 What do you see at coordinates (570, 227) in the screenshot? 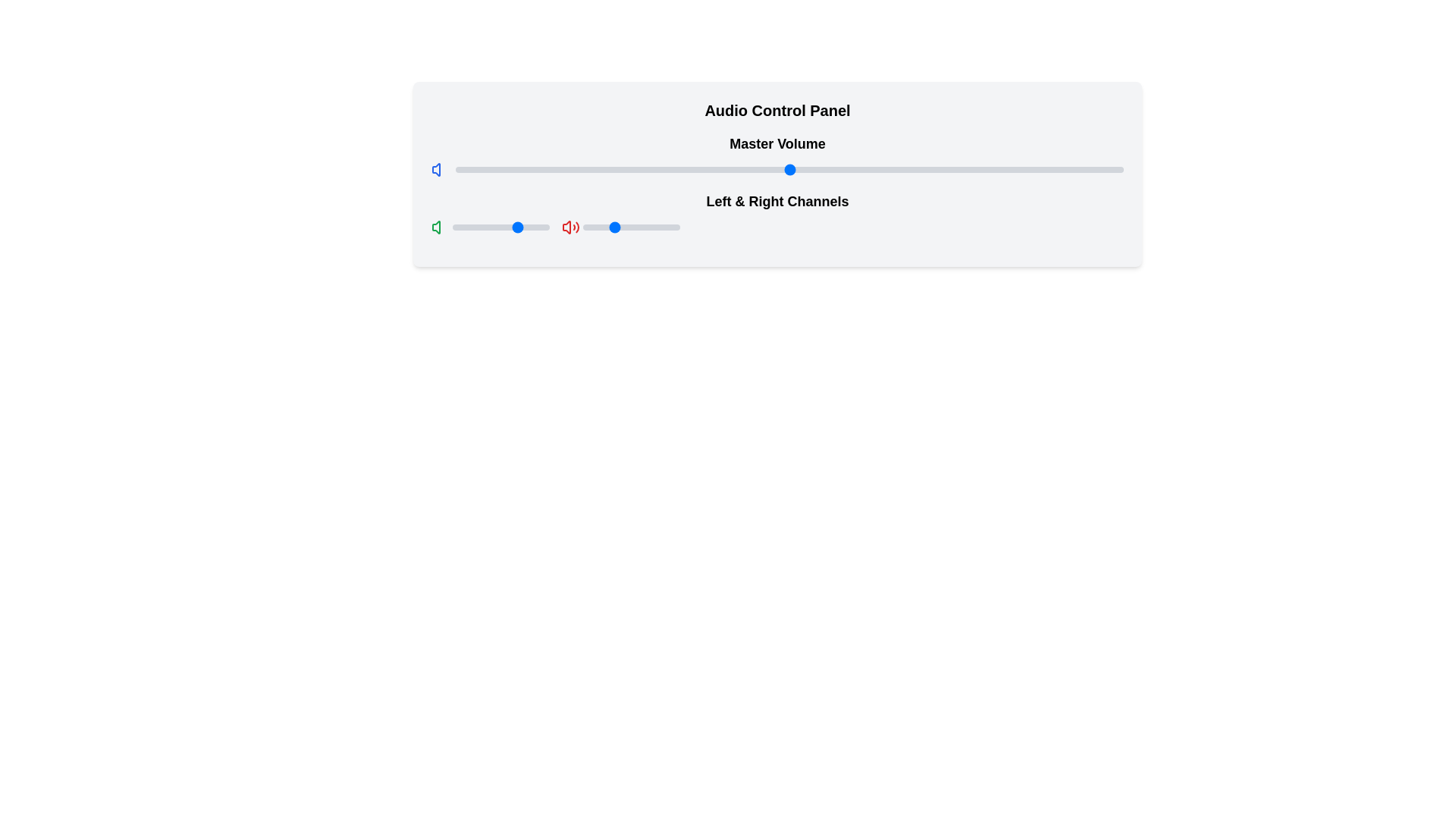
I see `the sound output icon located below the 'Left & Right Channels' label, which is the second item` at bounding box center [570, 227].